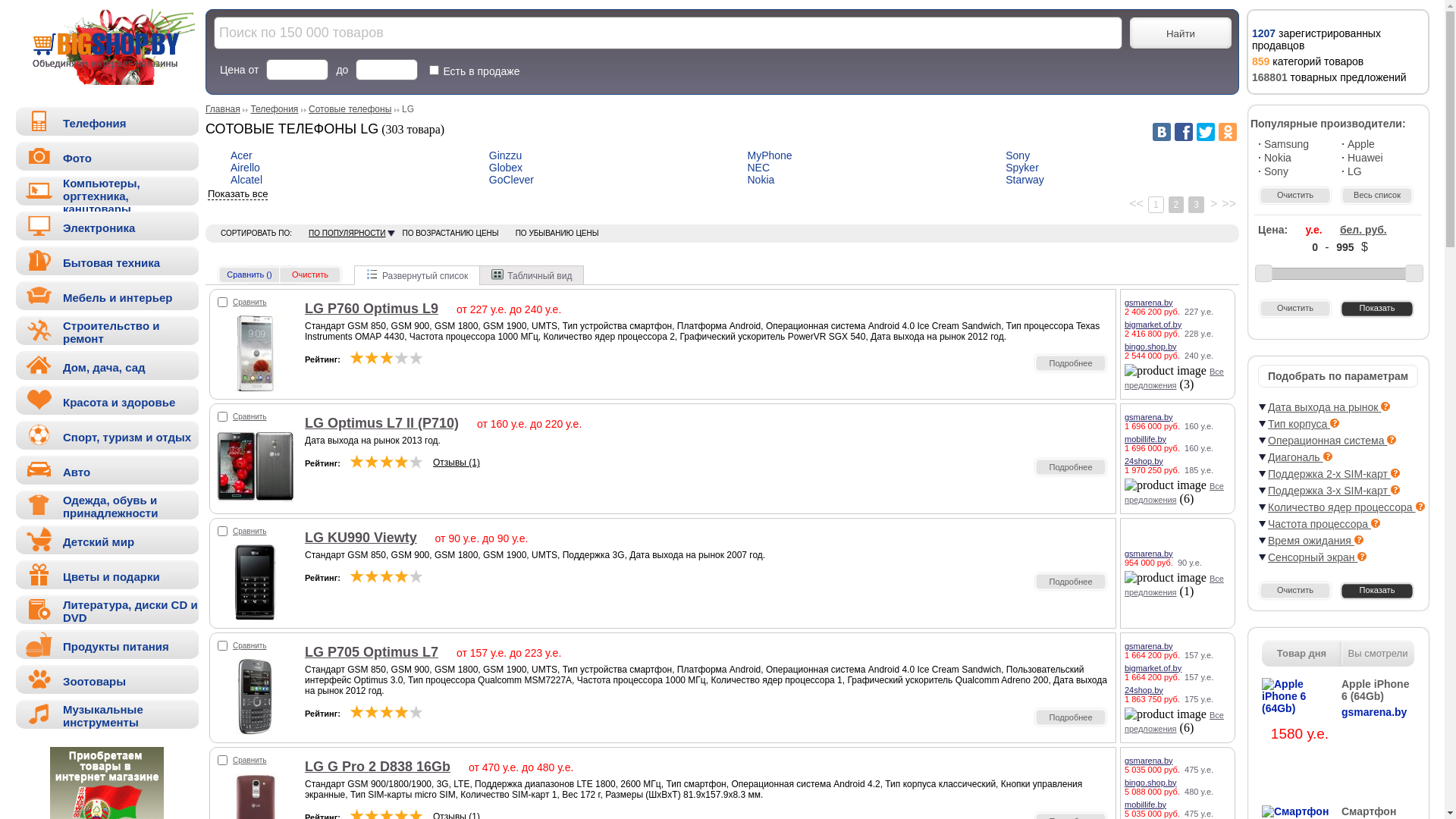 This screenshot has width=1456, height=819. I want to click on 'LG KU990 Viewty', so click(359, 537).